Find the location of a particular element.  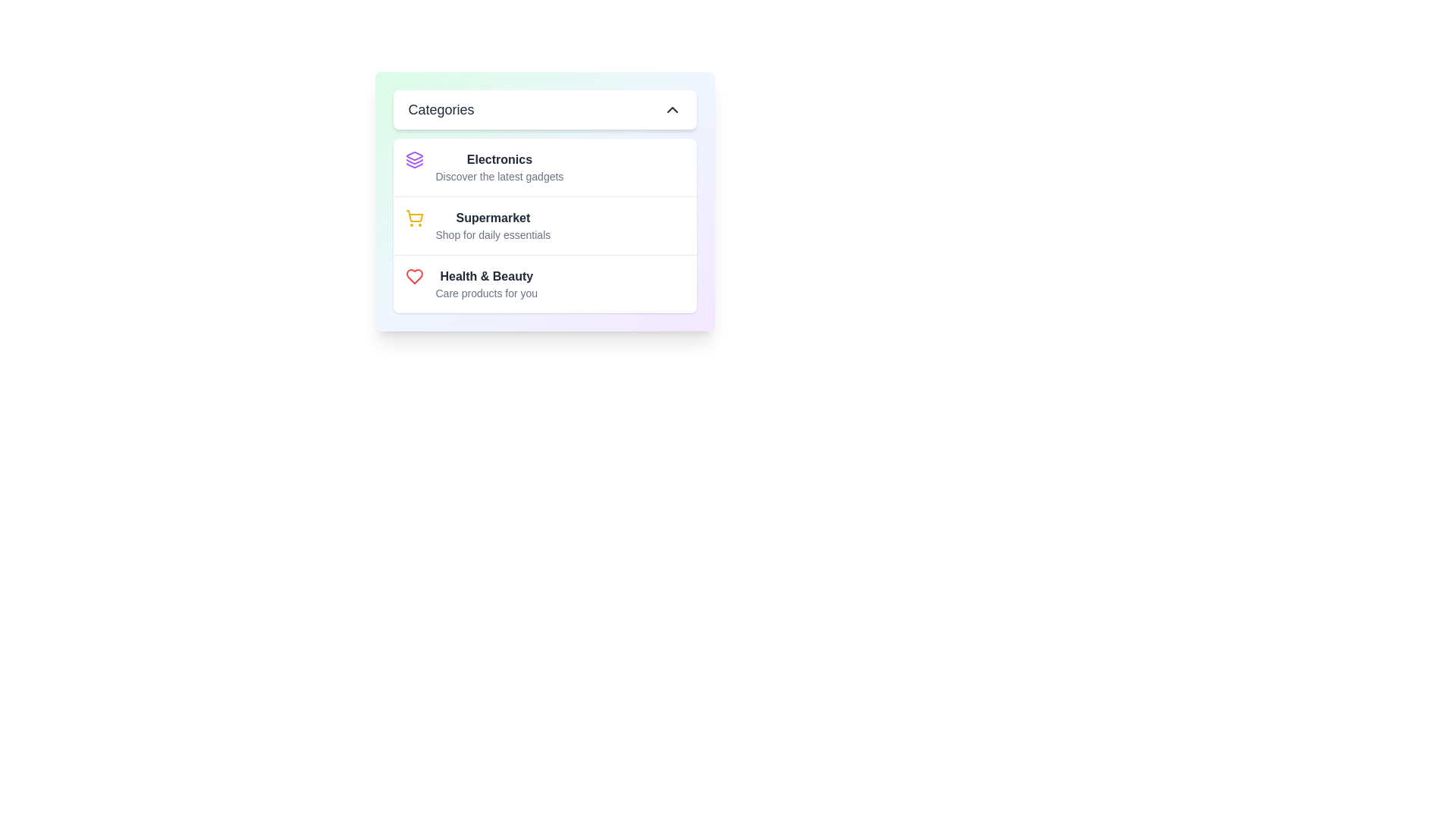

the static text label reading 'Care products for you' located within the 'Health & Beauty' section, which is directly below the bold title is located at coordinates (486, 293).